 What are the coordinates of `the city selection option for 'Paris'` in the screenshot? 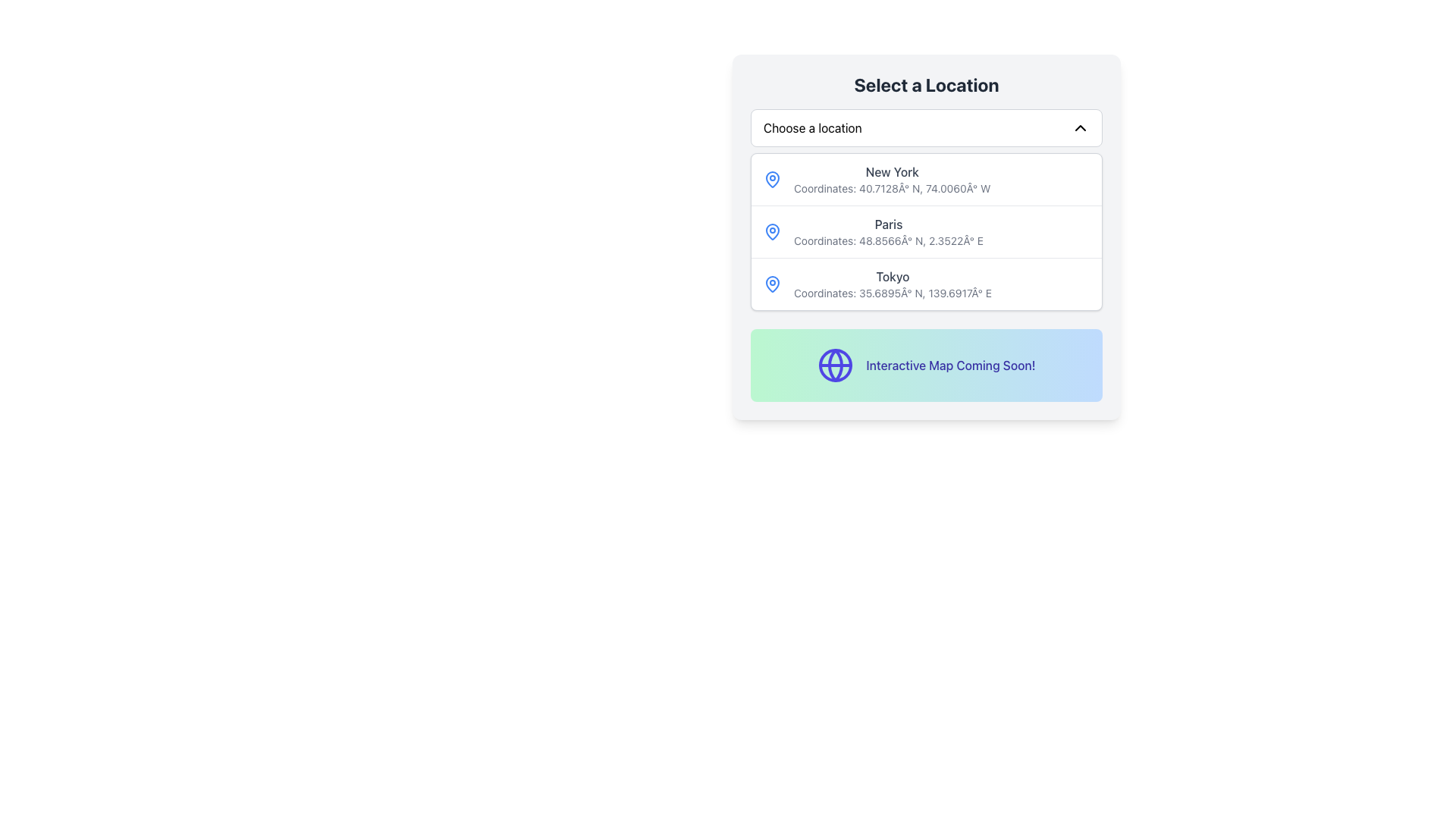 It's located at (926, 231).